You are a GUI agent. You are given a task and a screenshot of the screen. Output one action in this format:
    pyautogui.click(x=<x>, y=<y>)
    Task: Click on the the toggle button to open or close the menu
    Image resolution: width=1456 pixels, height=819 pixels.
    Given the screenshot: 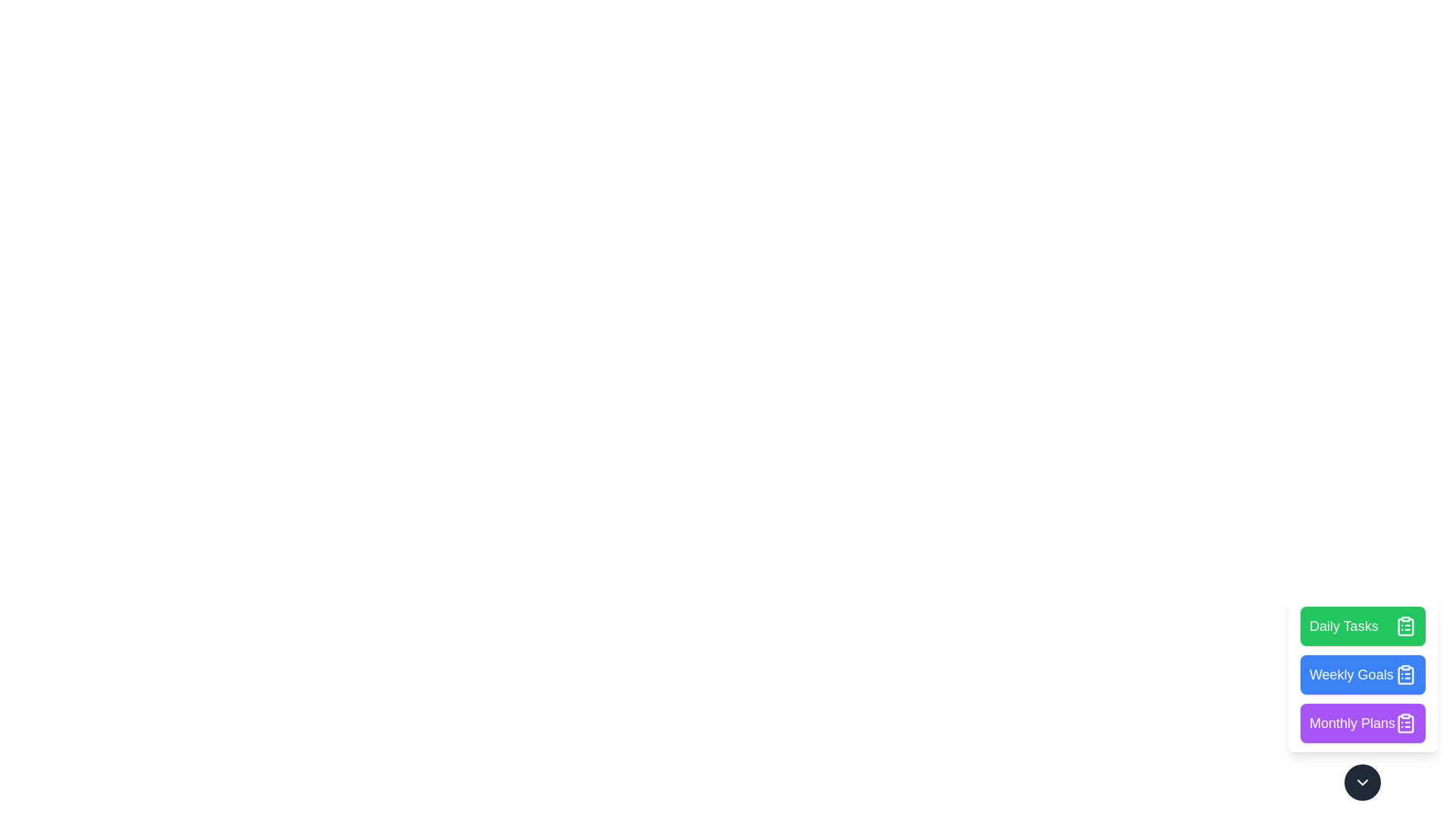 What is the action you would take?
    pyautogui.click(x=1362, y=783)
    